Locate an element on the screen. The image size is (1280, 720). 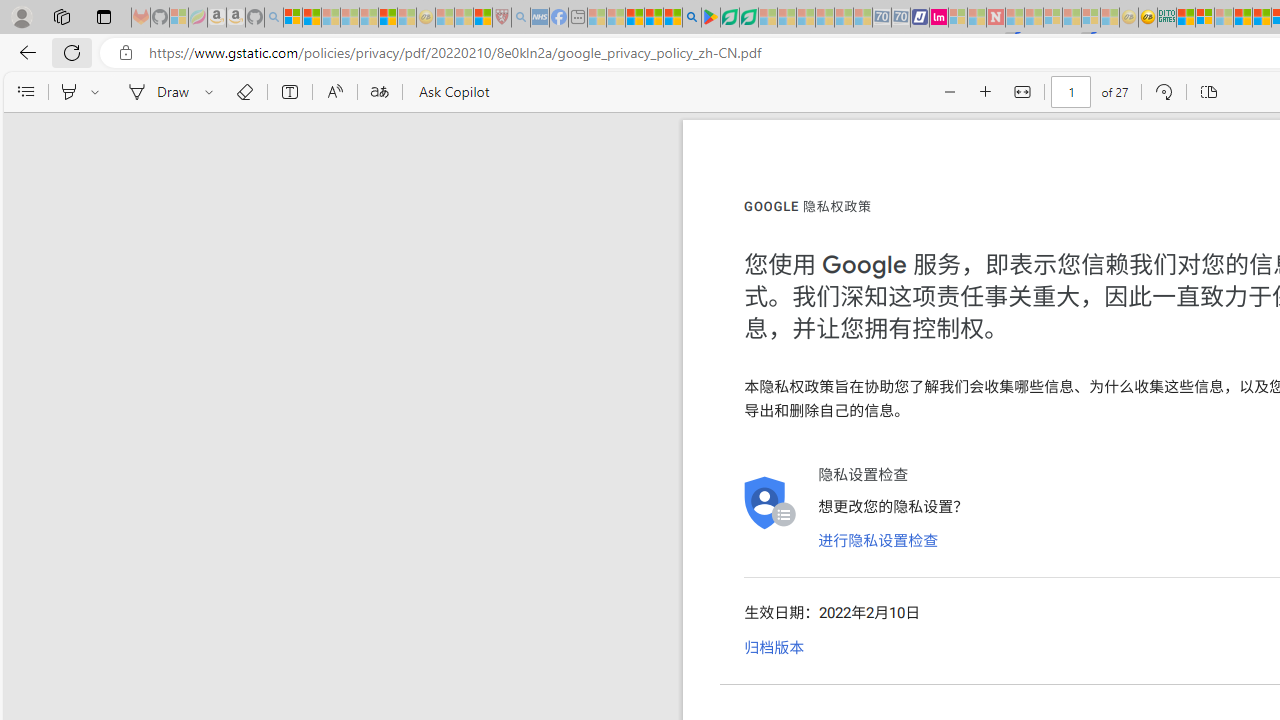
'Kinda Frugal - MSN' is located at coordinates (1261, 17).